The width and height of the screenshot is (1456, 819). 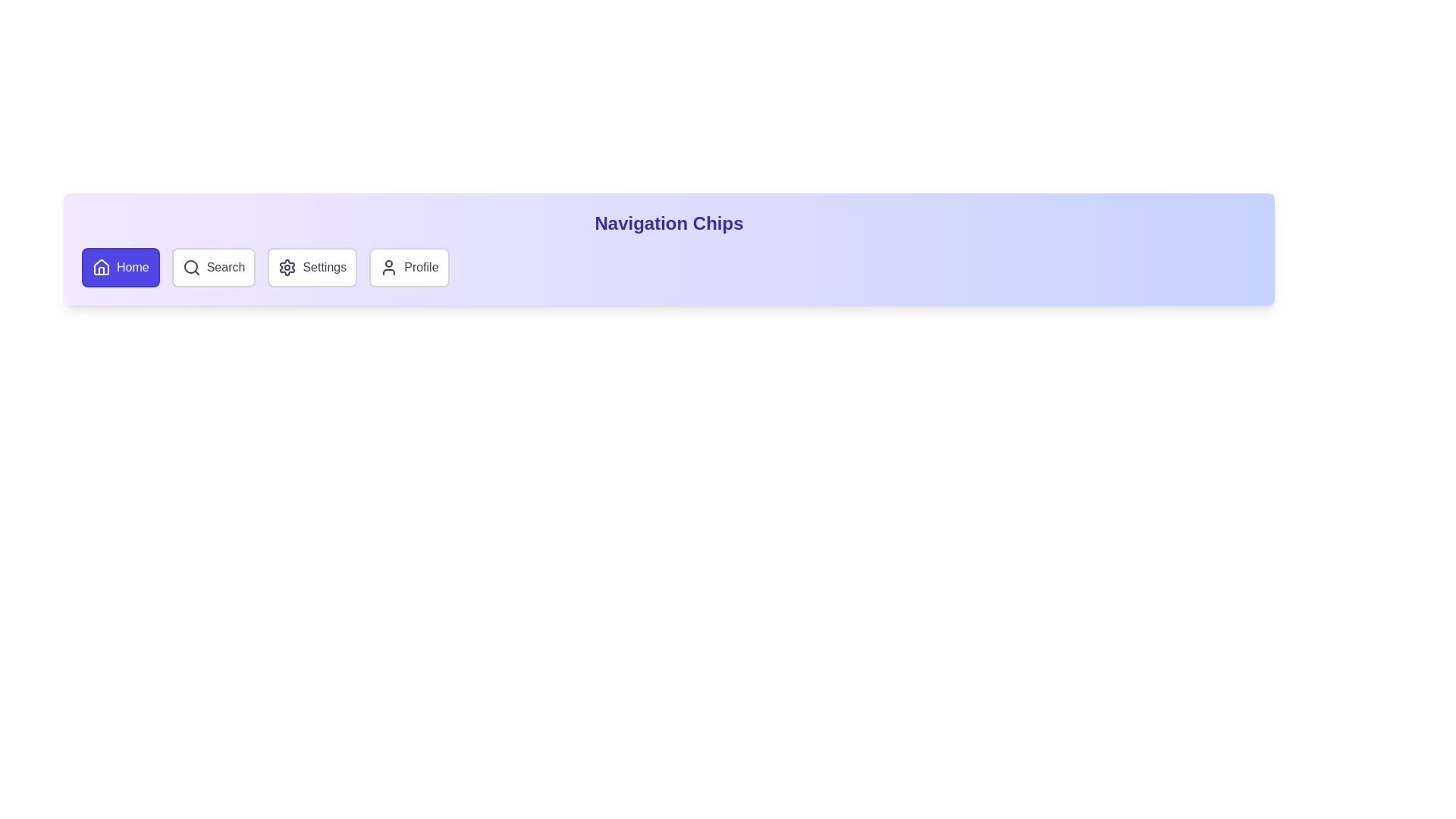 I want to click on the chip labeled Settings to activate it, so click(x=312, y=267).